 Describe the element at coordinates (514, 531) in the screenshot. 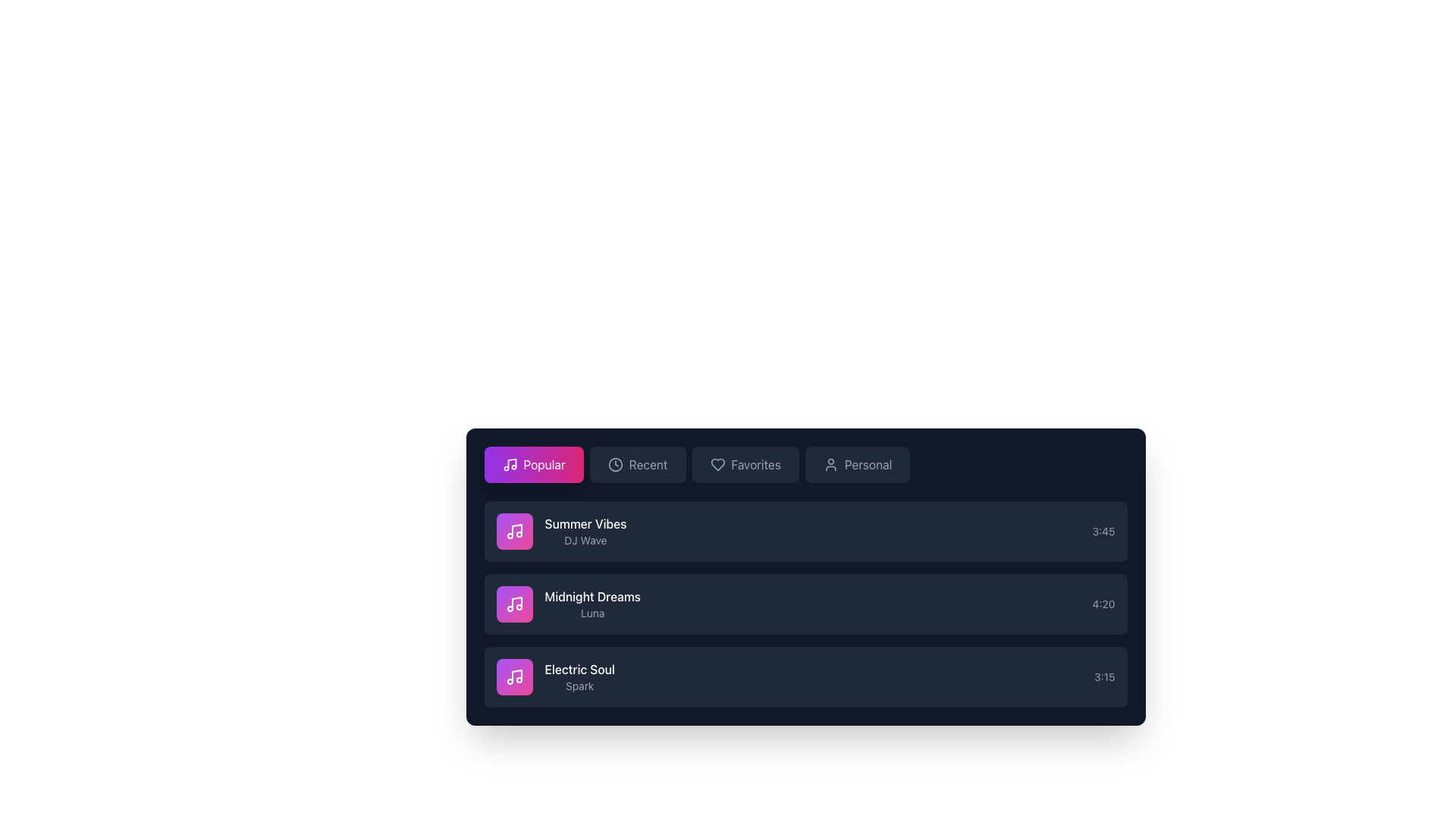

I see `or tab to the music note icon with a gradient background, located in the first row of the list to the left of 'Summer Vibes'` at that location.